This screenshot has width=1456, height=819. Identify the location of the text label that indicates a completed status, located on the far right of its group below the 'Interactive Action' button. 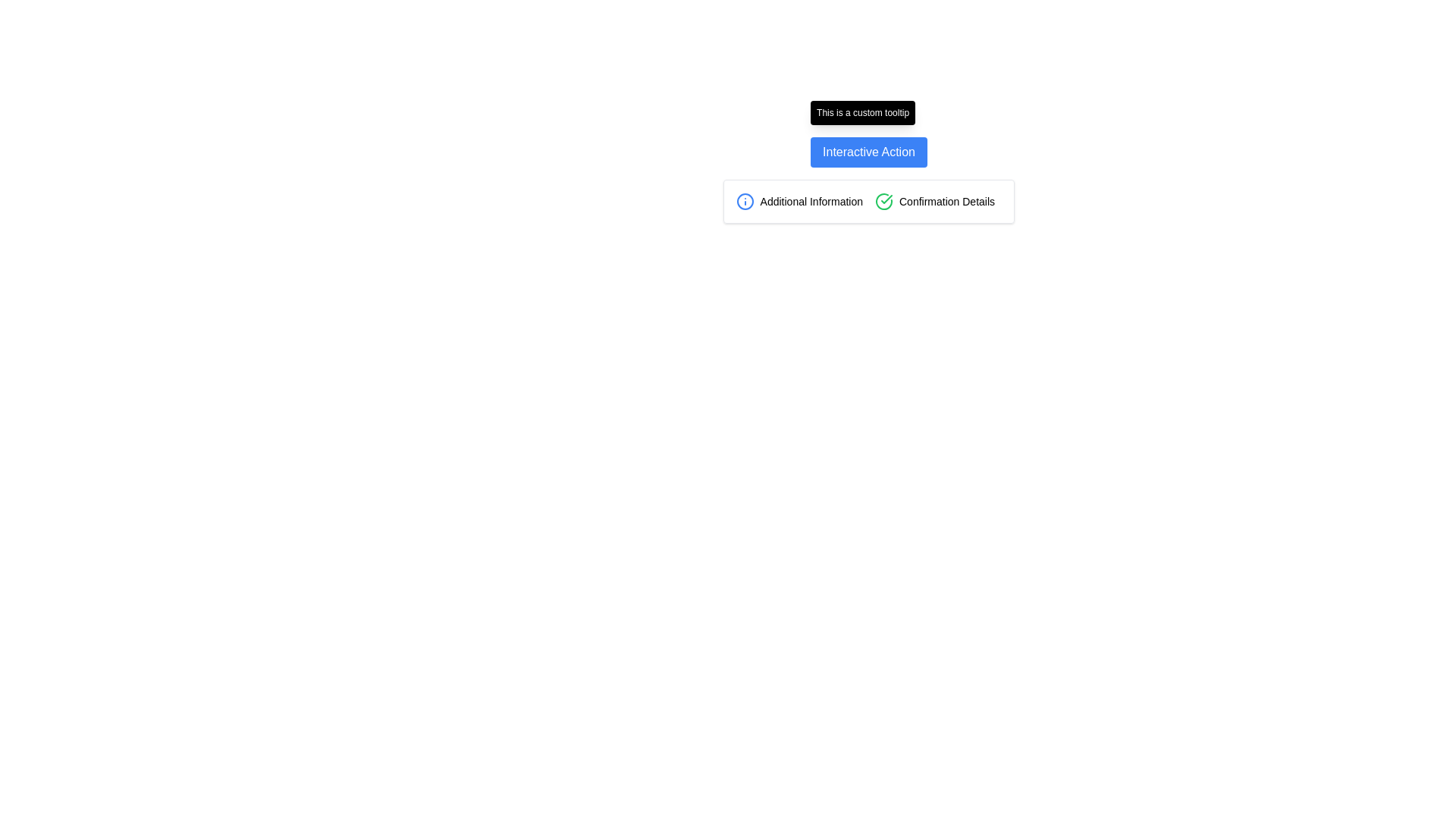
(946, 201).